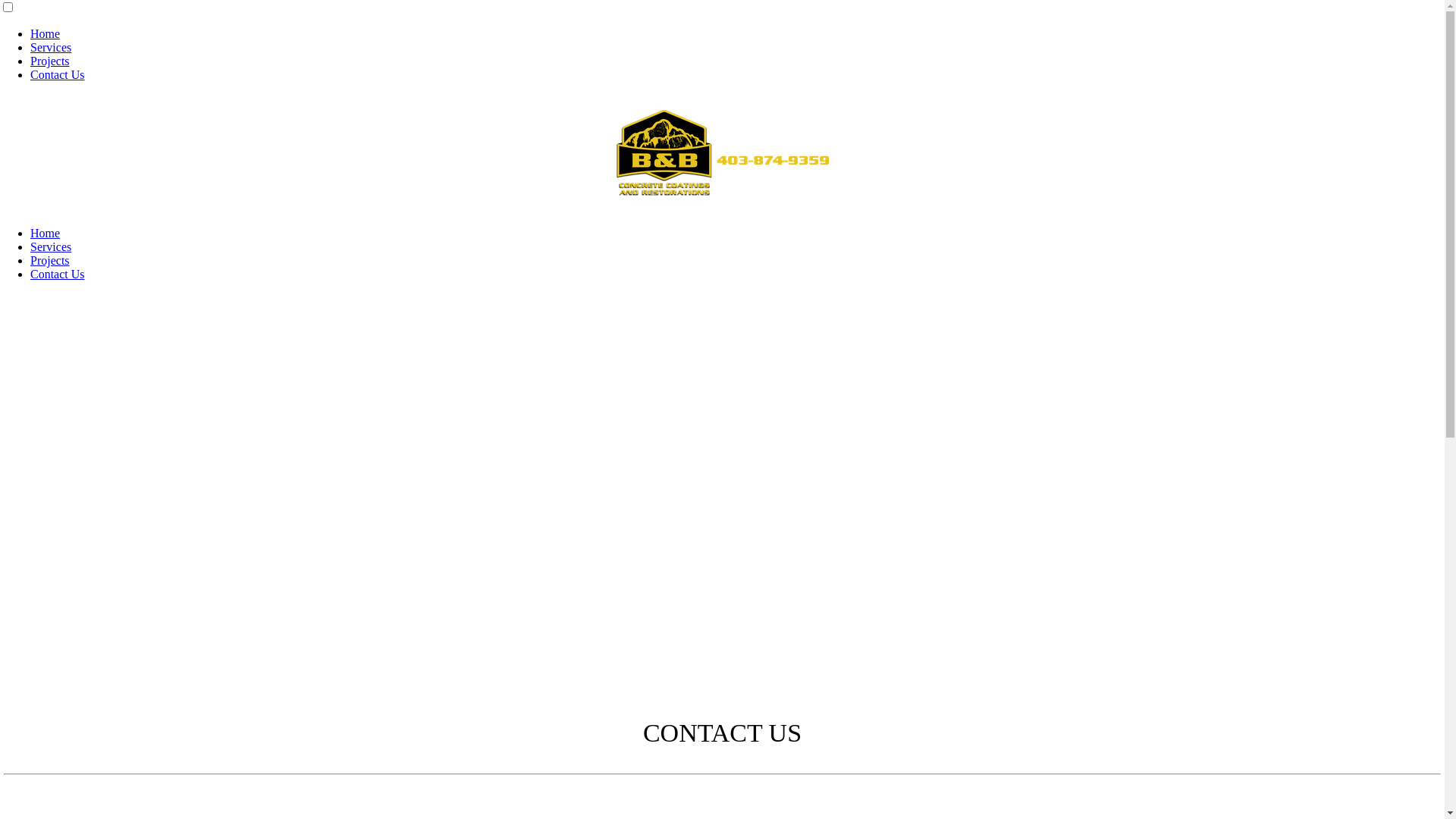  What do you see at coordinates (51, 246) in the screenshot?
I see `'Services'` at bounding box center [51, 246].